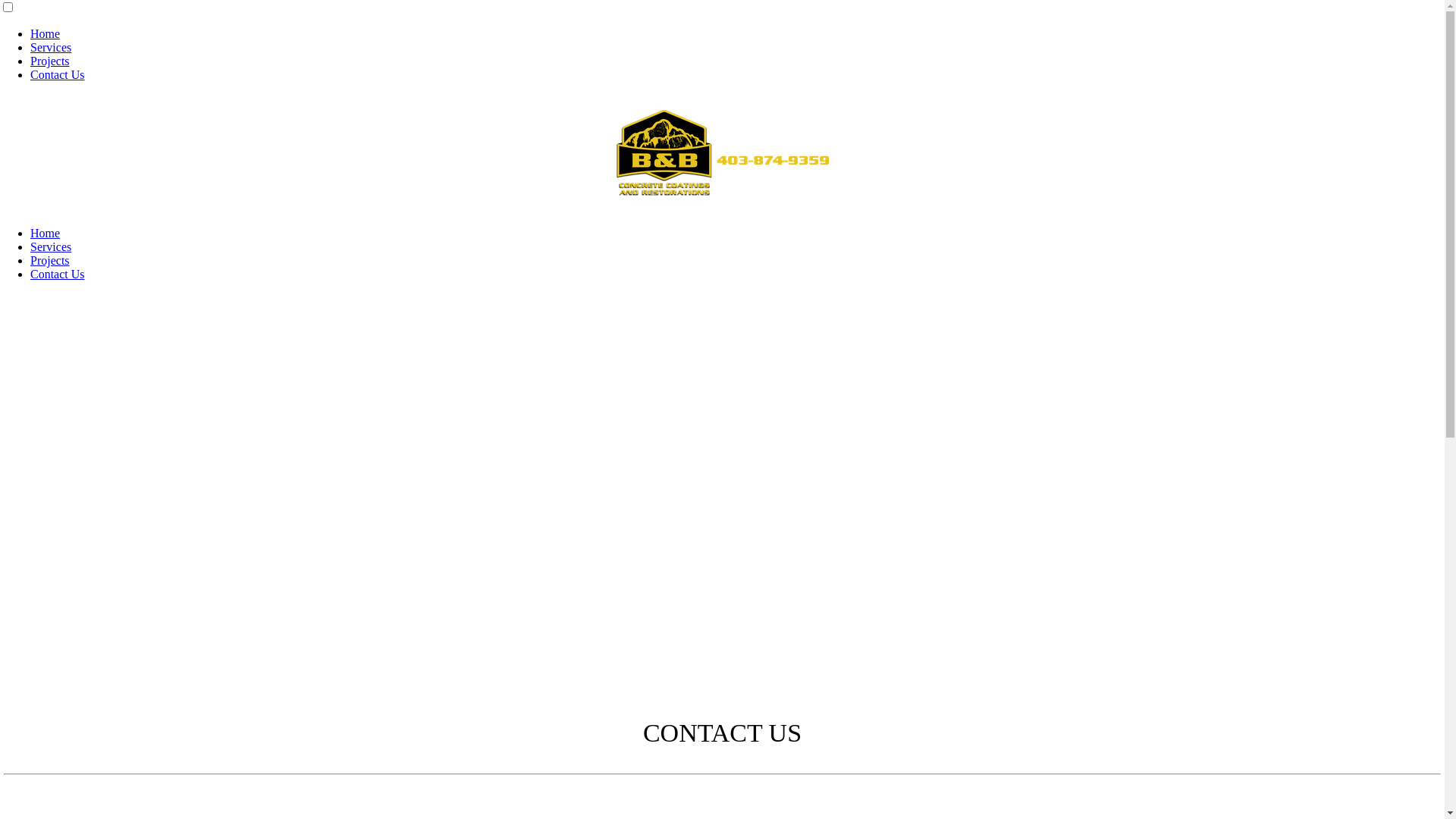  What do you see at coordinates (51, 246) in the screenshot?
I see `'Services'` at bounding box center [51, 246].